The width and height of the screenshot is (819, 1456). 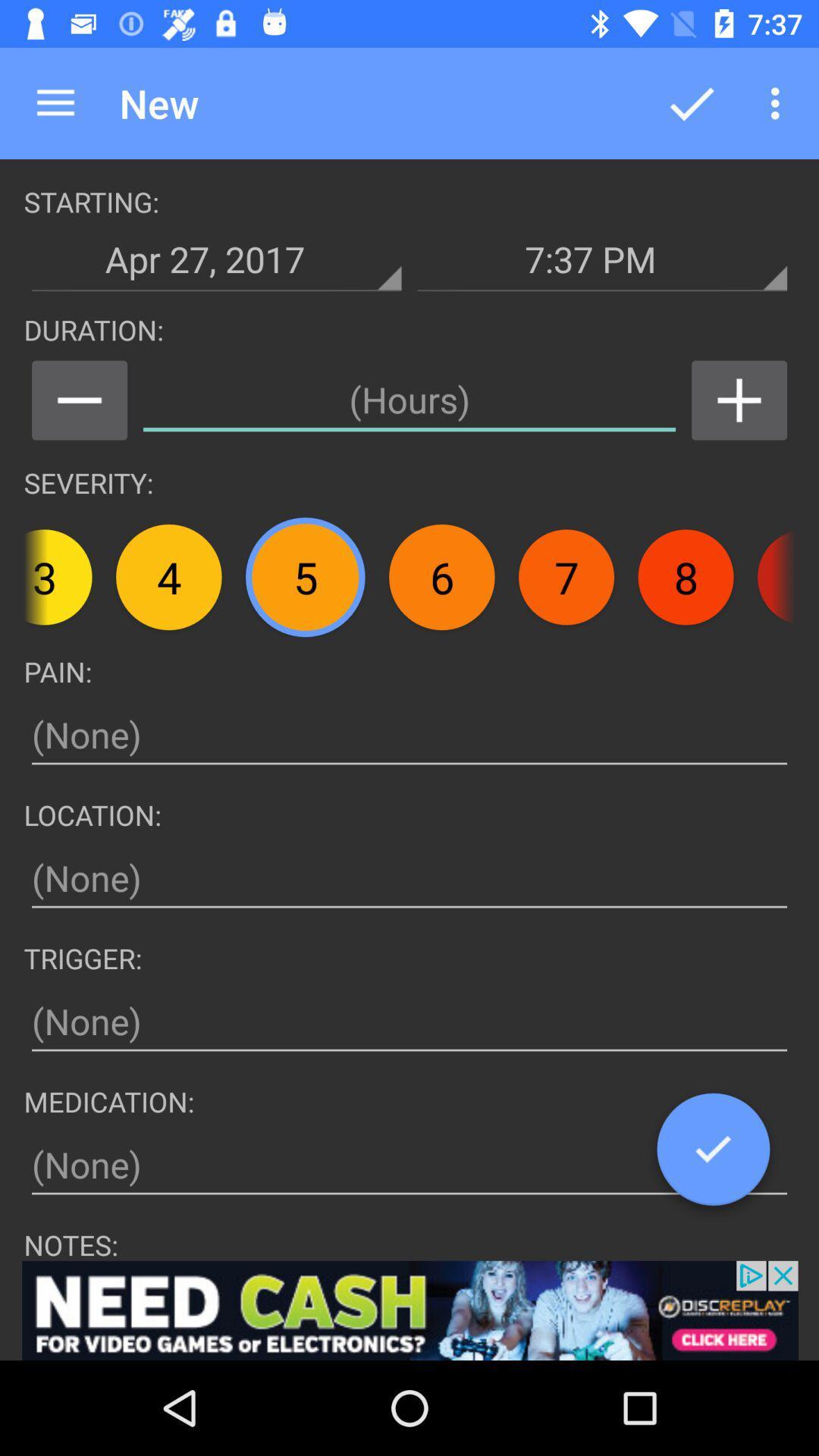 What do you see at coordinates (739, 400) in the screenshot?
I see `the contact` at bounding box center [739, 400].